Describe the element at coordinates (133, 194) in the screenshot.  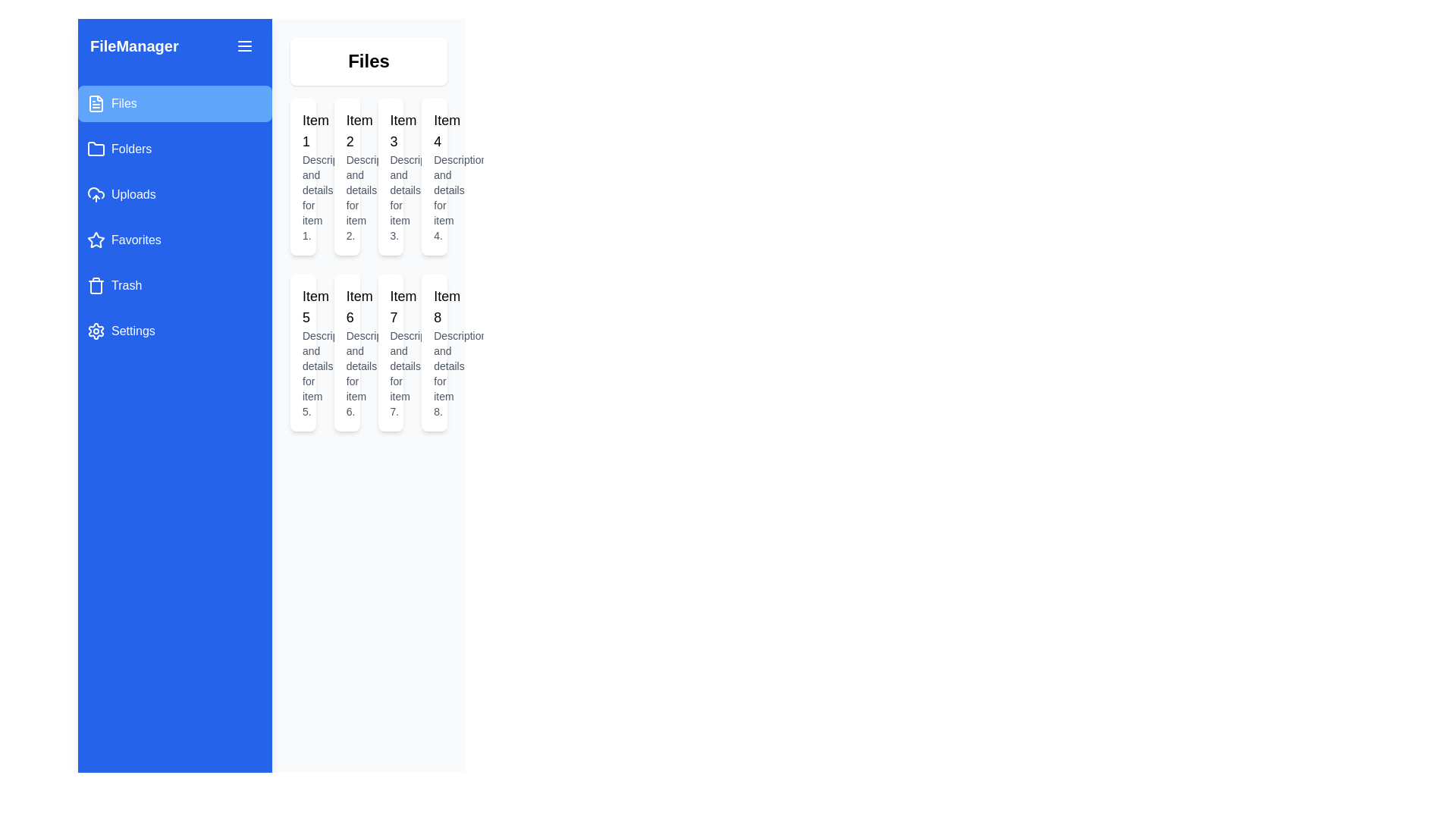
I see `the 'Uploads' text label in the vertical navigation menu` at that location.